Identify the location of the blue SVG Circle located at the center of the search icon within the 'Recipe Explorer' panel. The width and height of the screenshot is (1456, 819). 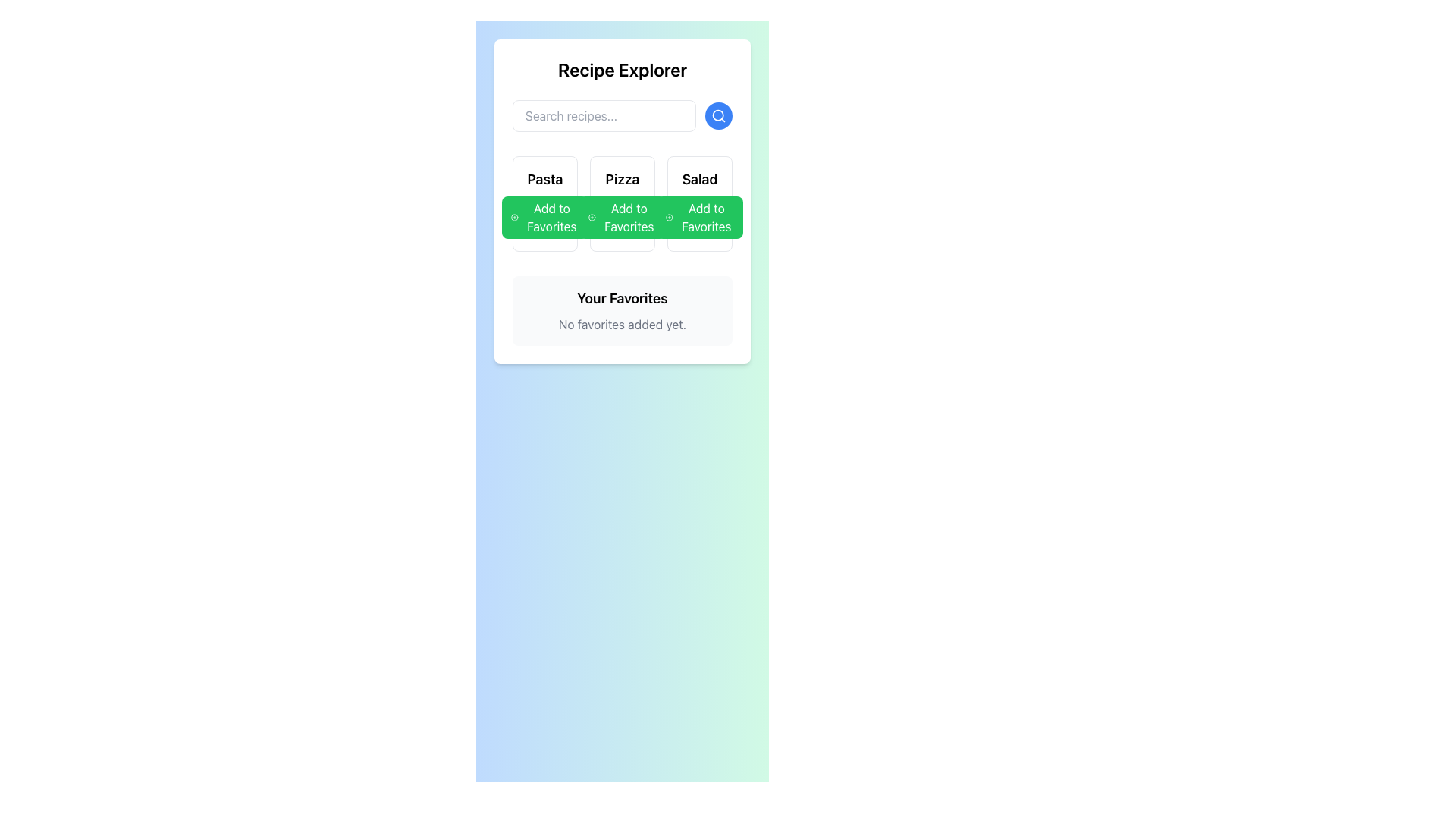
(717, 115).